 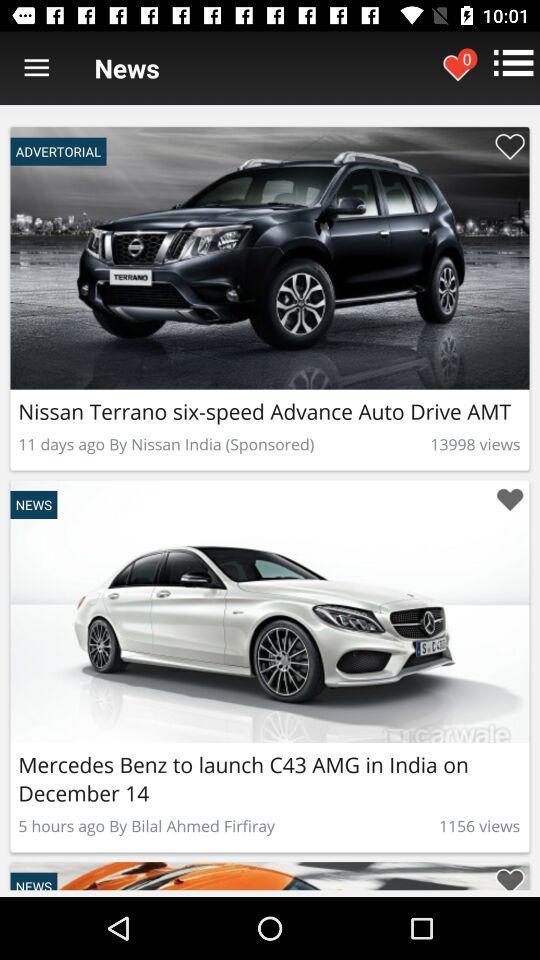 I want to click on mercedes benz to launch c43 amg in india on december 14, so click(x=509, y=499).